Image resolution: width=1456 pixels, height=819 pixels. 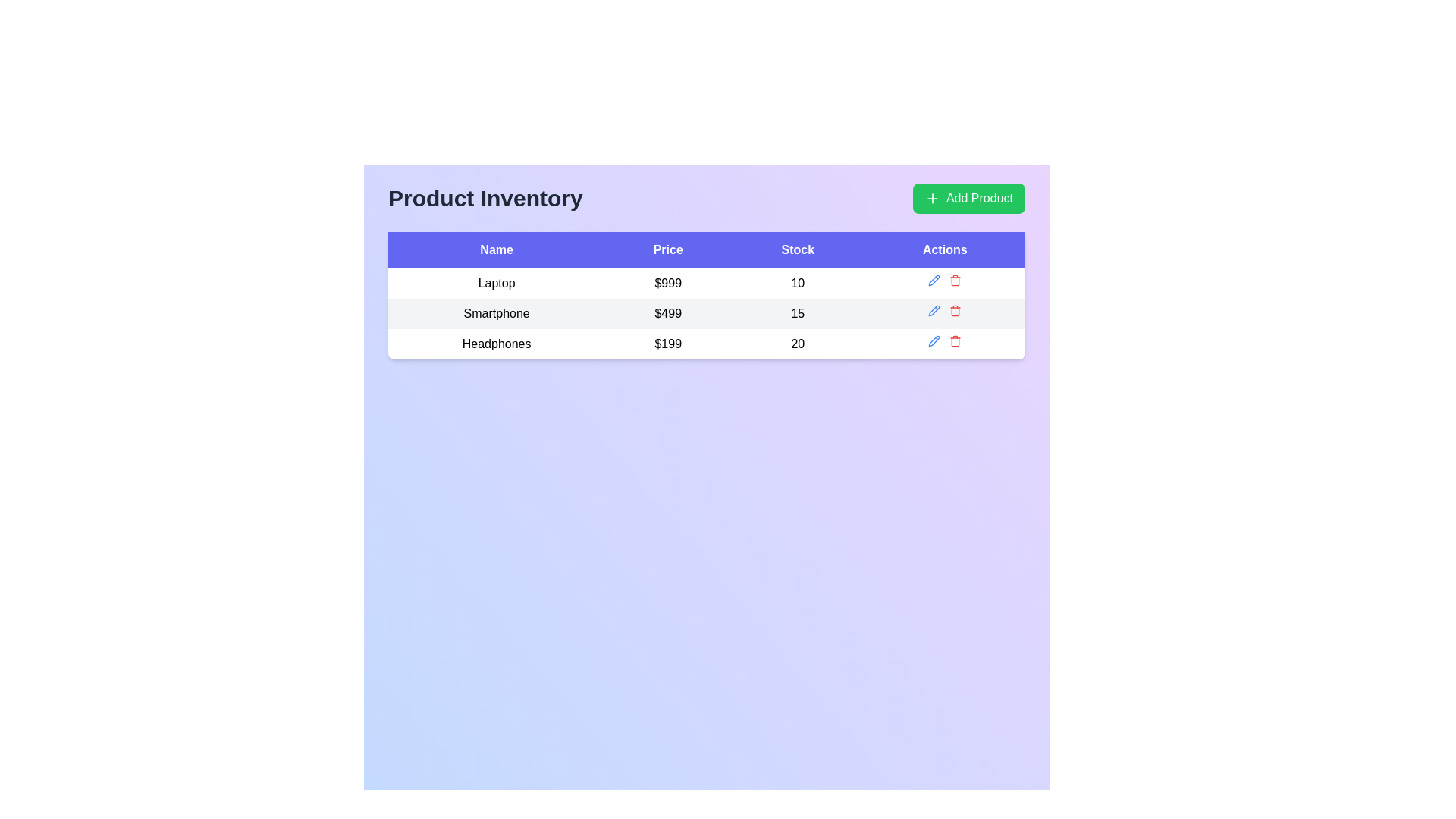 What do you see at coordinates (797, 249) in the screenshot?
I see `the table header cell labeled 'Stock', which is the third column header with white text on a blue background, positioned between the 'Price' and 'Actions' columns` at bounding box center [797, 249].